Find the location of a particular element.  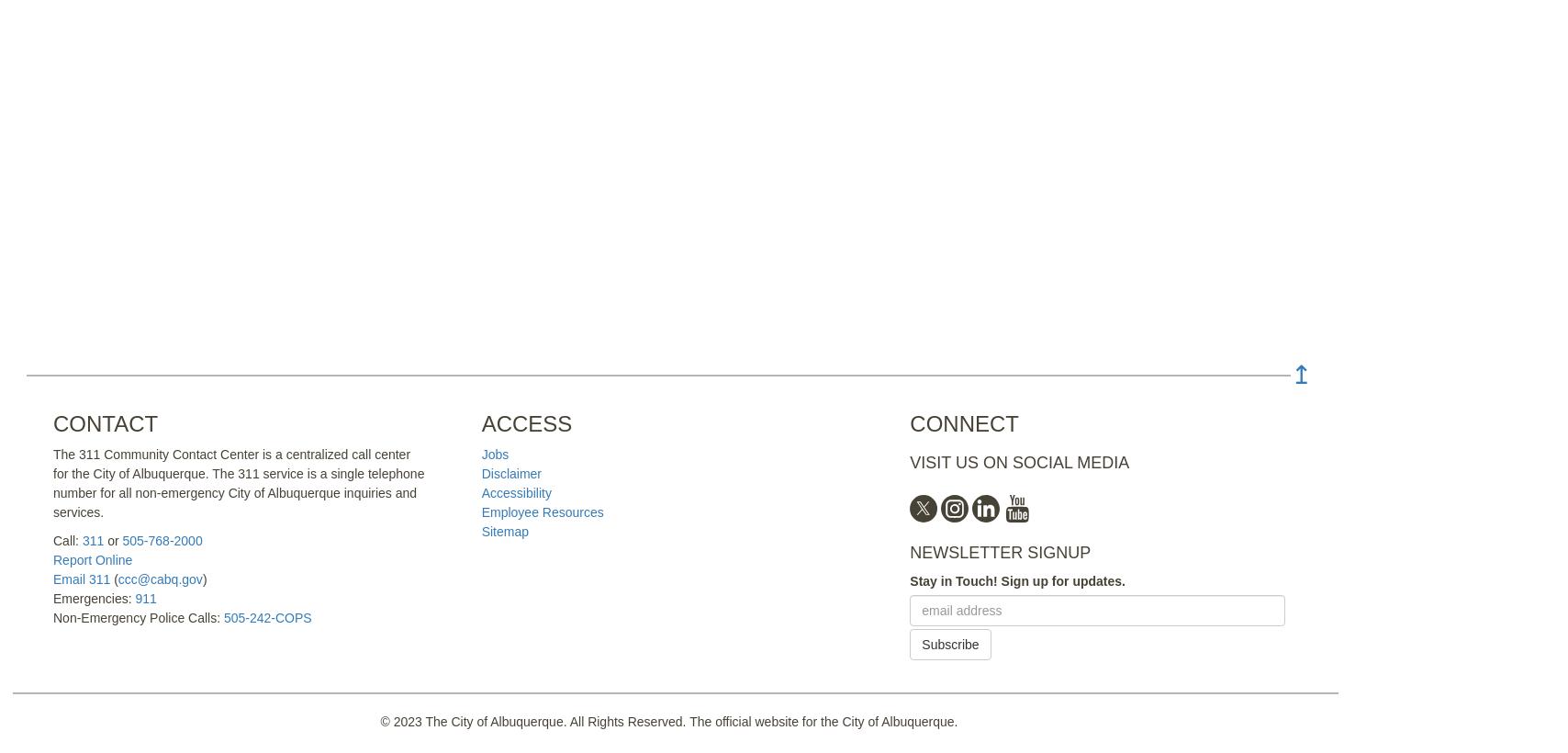

'Accessibility' is located at coordinates (515, 492).